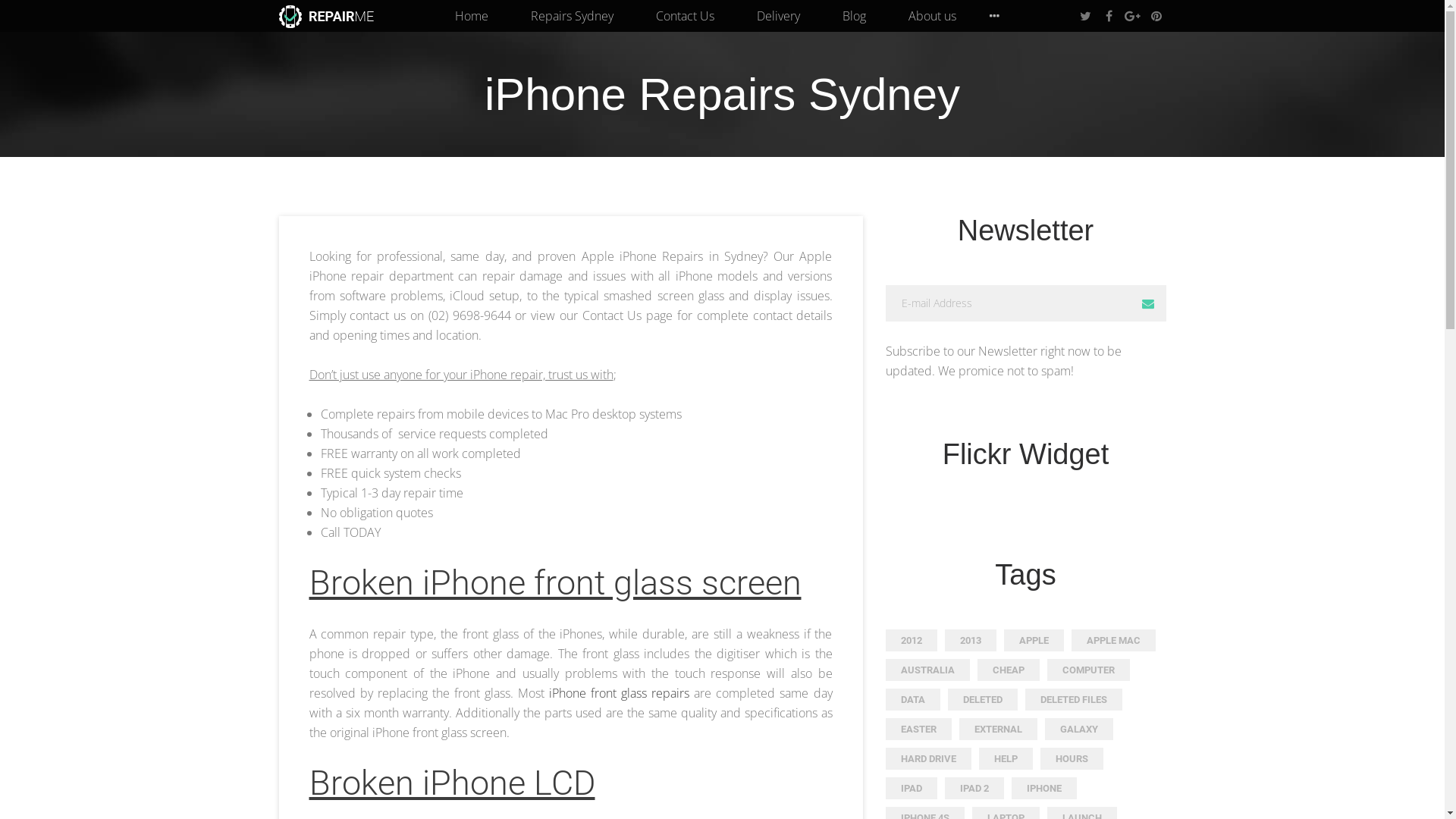 The width and height of the screenshot is (1456, 819). What do you see at coordinates (885, 699) in the screenshot?
I see `'DATA'` at bounding box center [885, 699].